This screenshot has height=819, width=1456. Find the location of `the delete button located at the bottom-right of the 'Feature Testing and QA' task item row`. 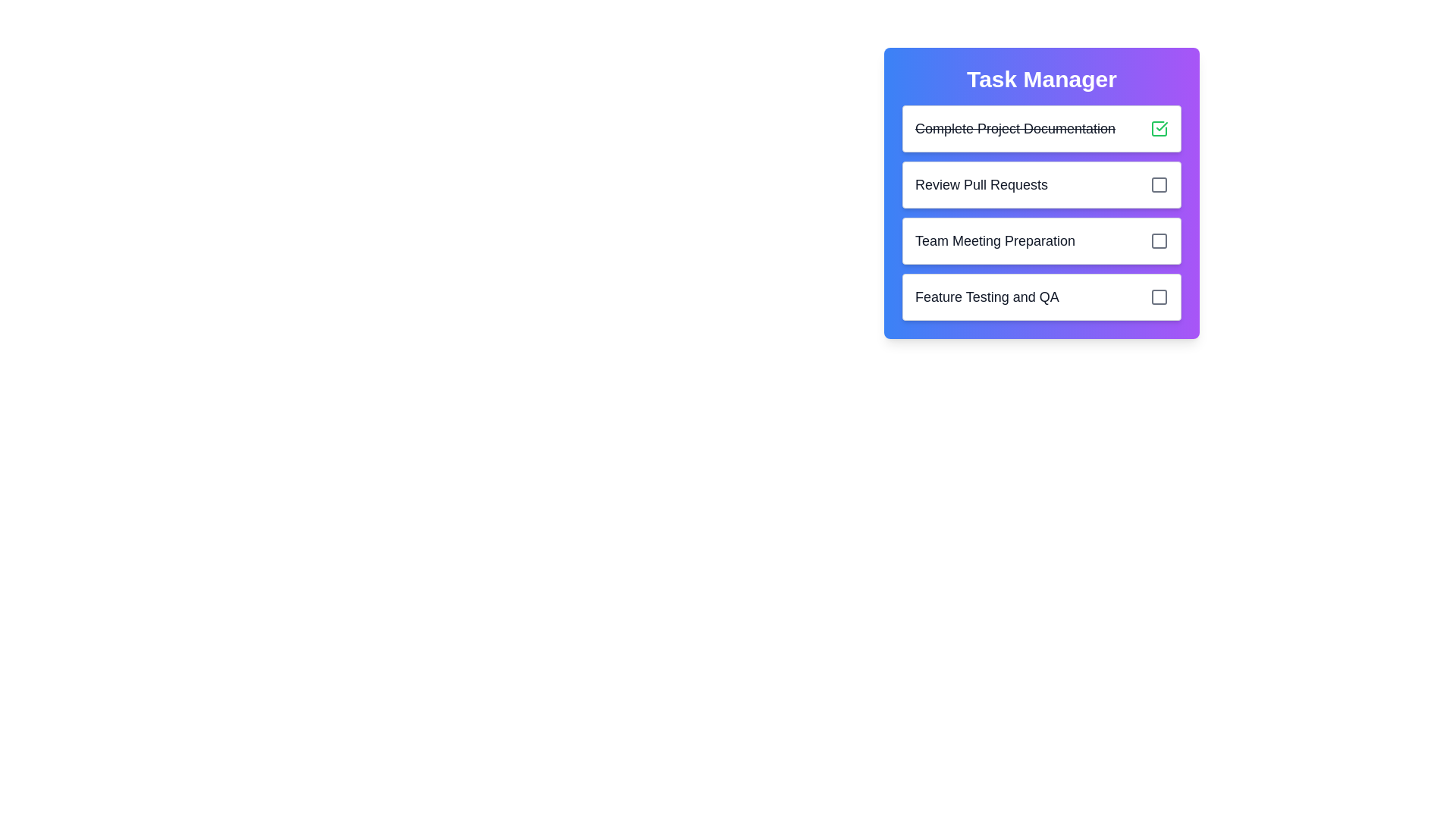

the delete button located at the bottom-right of the 'Feature Testing and QA' task item row is located at coordinates (1159, 297).